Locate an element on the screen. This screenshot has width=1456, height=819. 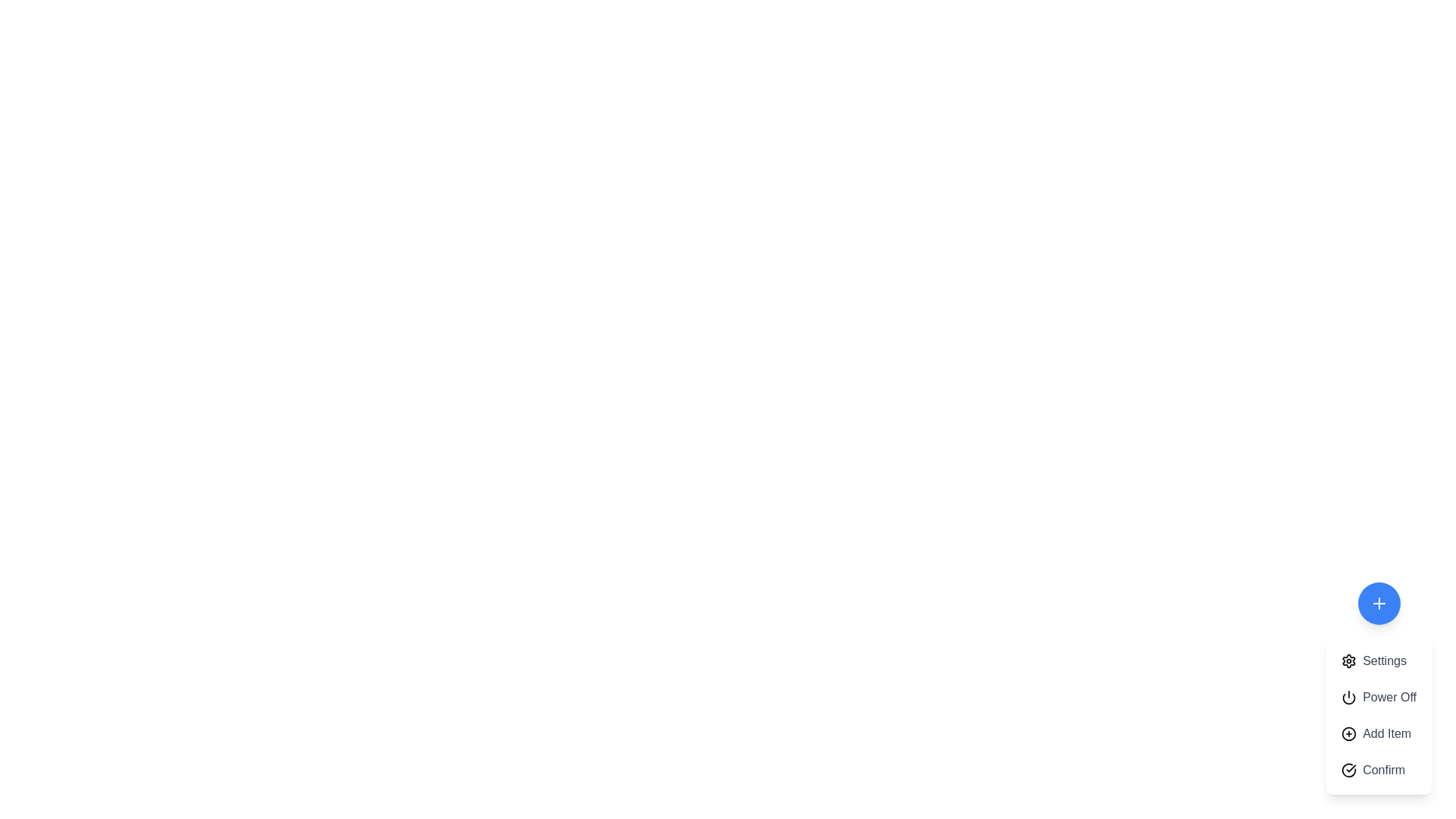
the 'Add Item' button to select it is located at coordinates (1379, 733).